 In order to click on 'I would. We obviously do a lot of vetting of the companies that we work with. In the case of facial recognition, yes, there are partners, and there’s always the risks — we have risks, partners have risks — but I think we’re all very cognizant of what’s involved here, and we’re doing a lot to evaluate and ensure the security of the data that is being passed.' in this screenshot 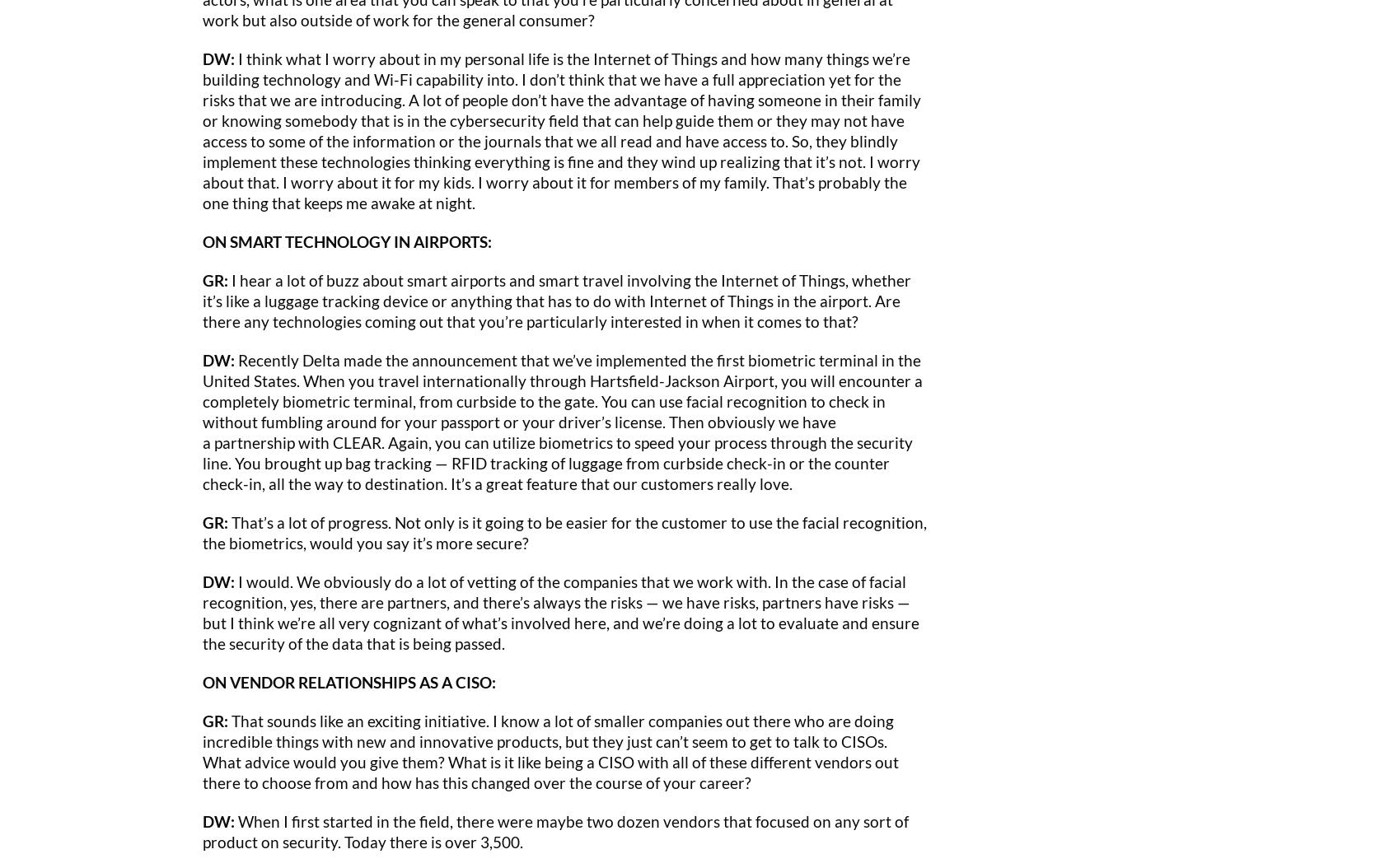, I will do `click(561, 611)`.